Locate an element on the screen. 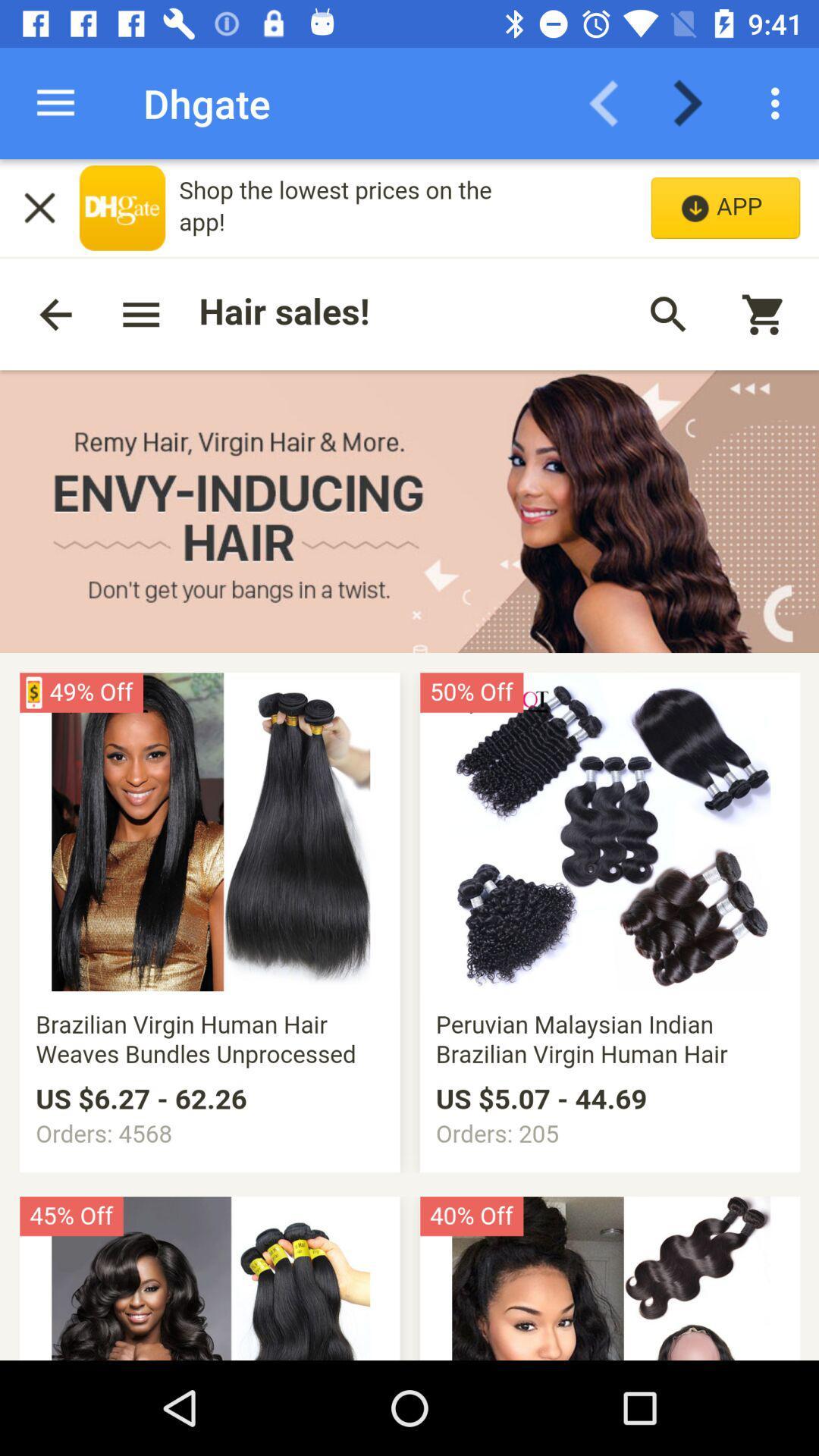  next page is located at coordinates (697, 102).